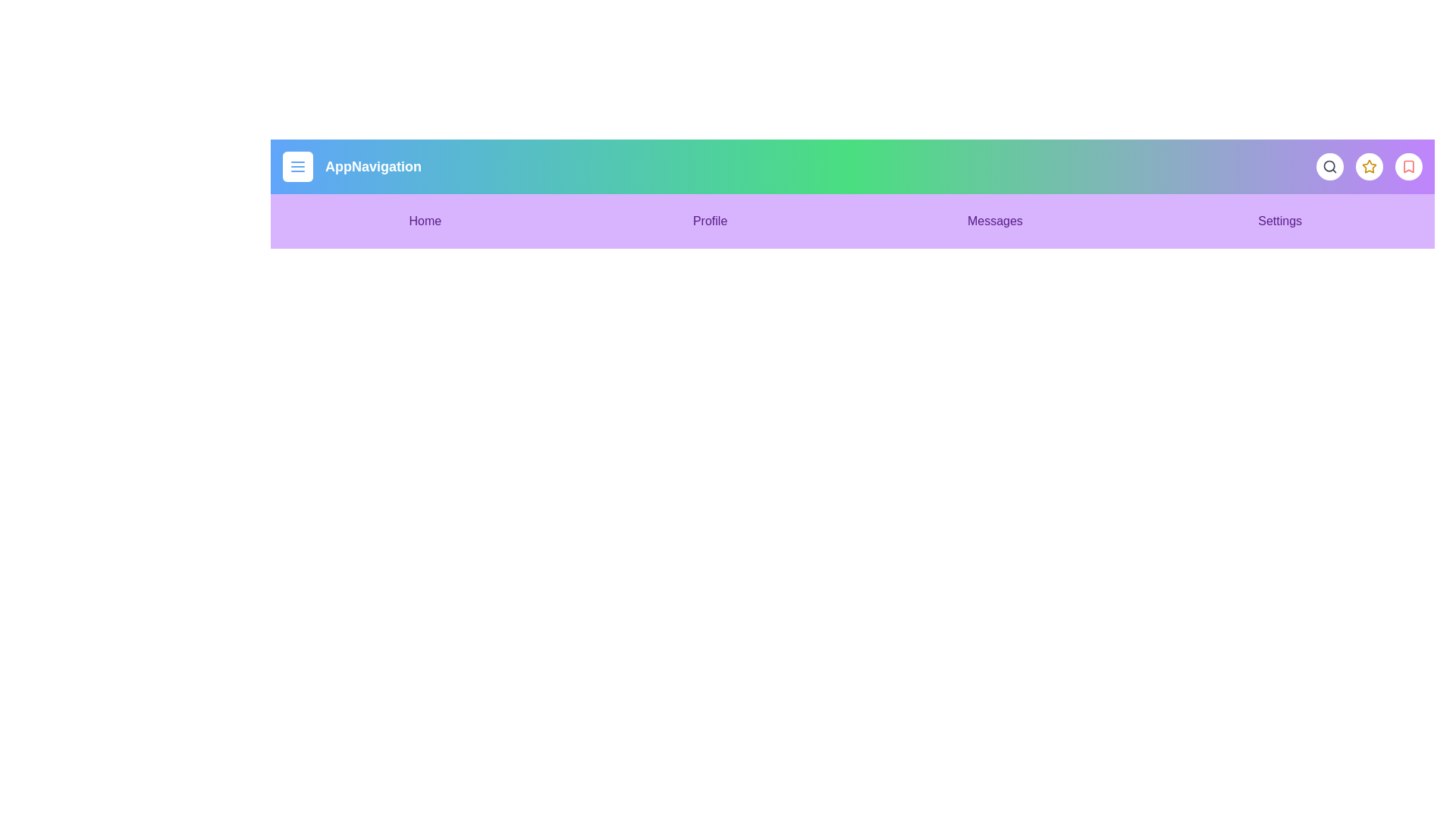 This screenshot has width=1456, height=819. What do you see at coordinates (709, 221) in the screenshot?
I see `the menu item Profile to navigate to the corresponding section` at bounding box center [709, 221].